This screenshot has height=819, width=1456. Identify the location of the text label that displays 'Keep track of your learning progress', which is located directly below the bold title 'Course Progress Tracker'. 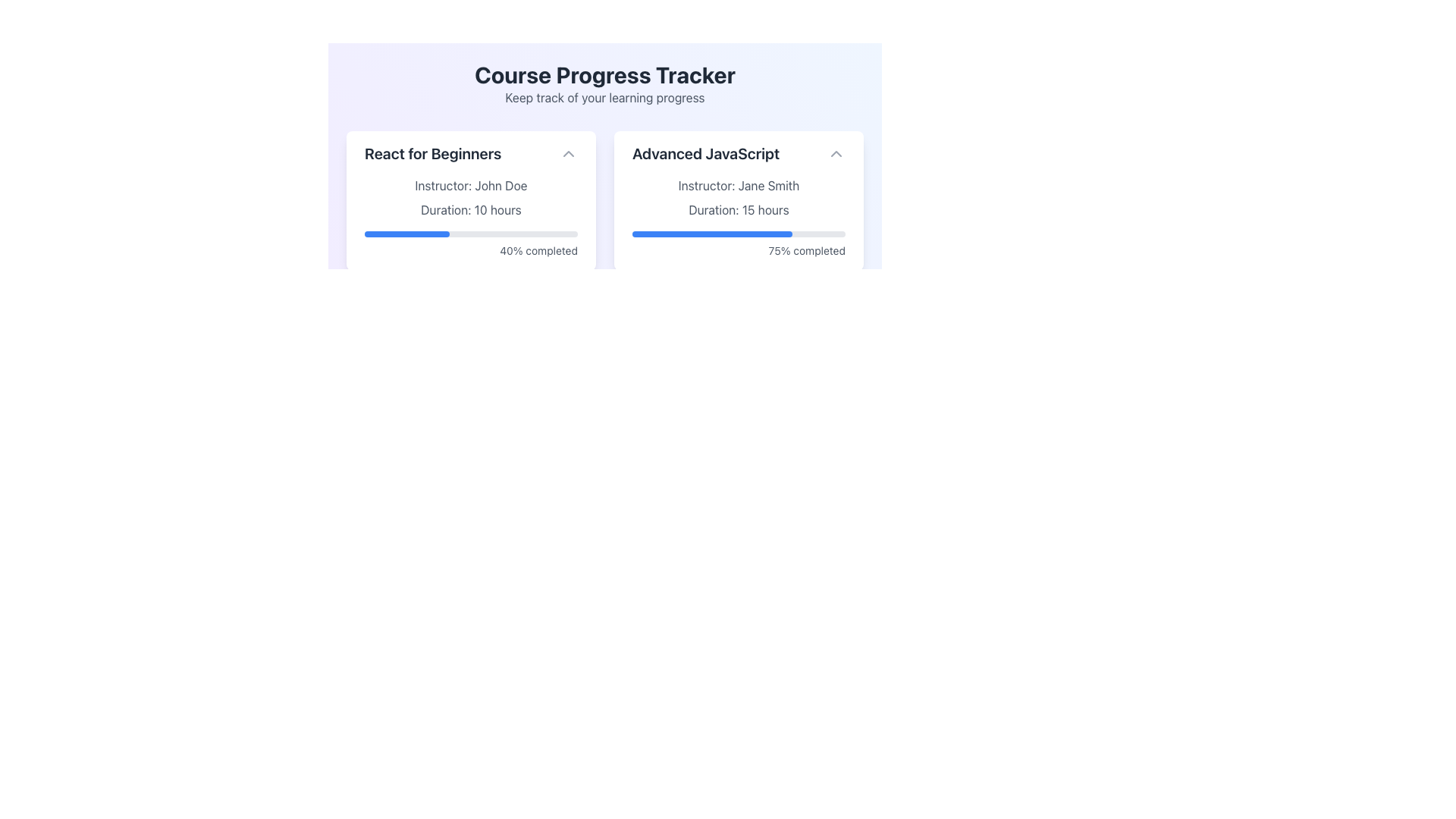
(604, 97).